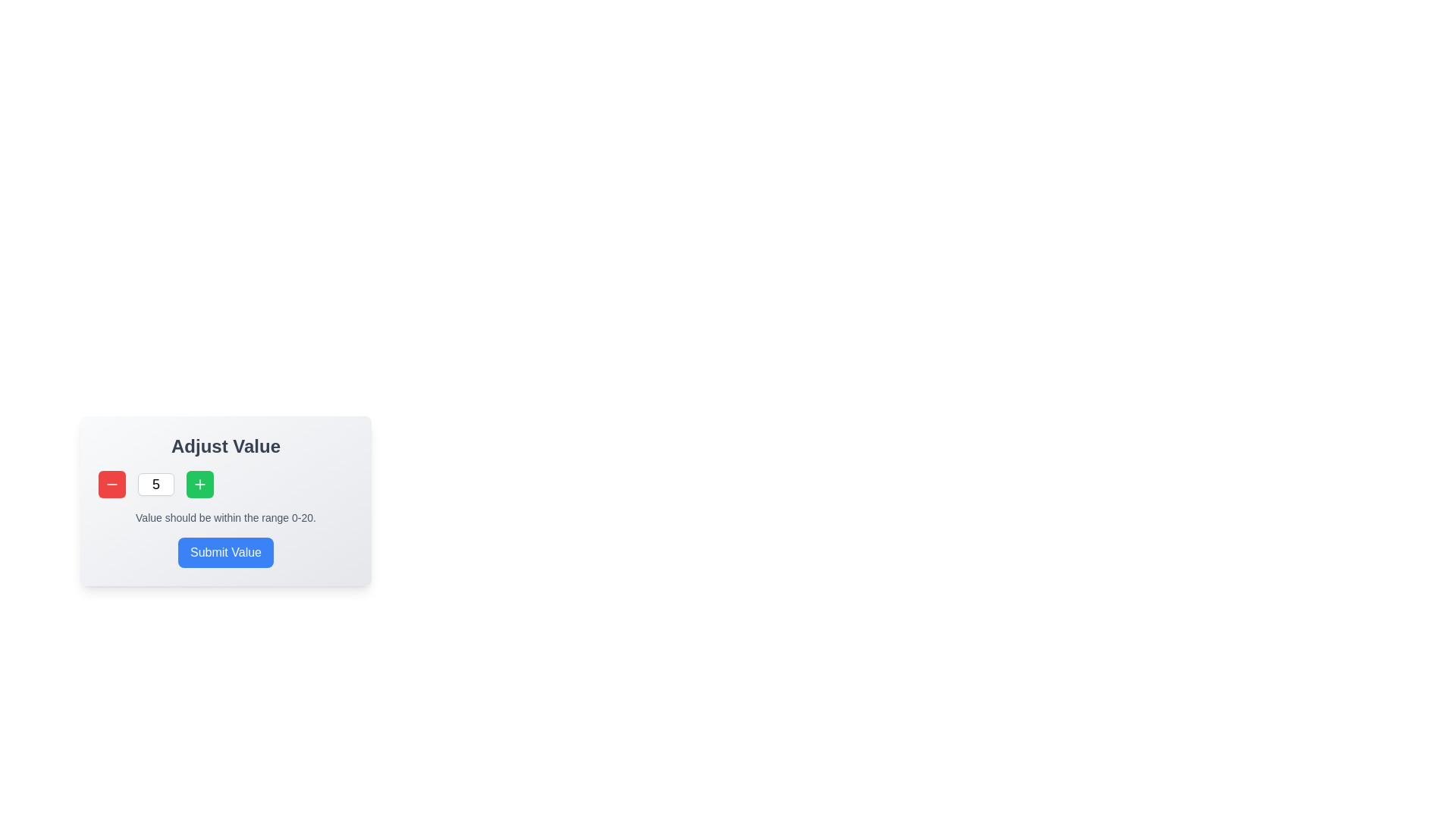 The width and height of the screenshot is (1456, 819). What do you see at coordinates (199, 485) in the screenshot?
I see `the increment button located to the right of a white text box displaying the number '5,' adjacent to a red button with a minus icon, under the label 'Adjust Value.'` at bounding box center [199, 485].